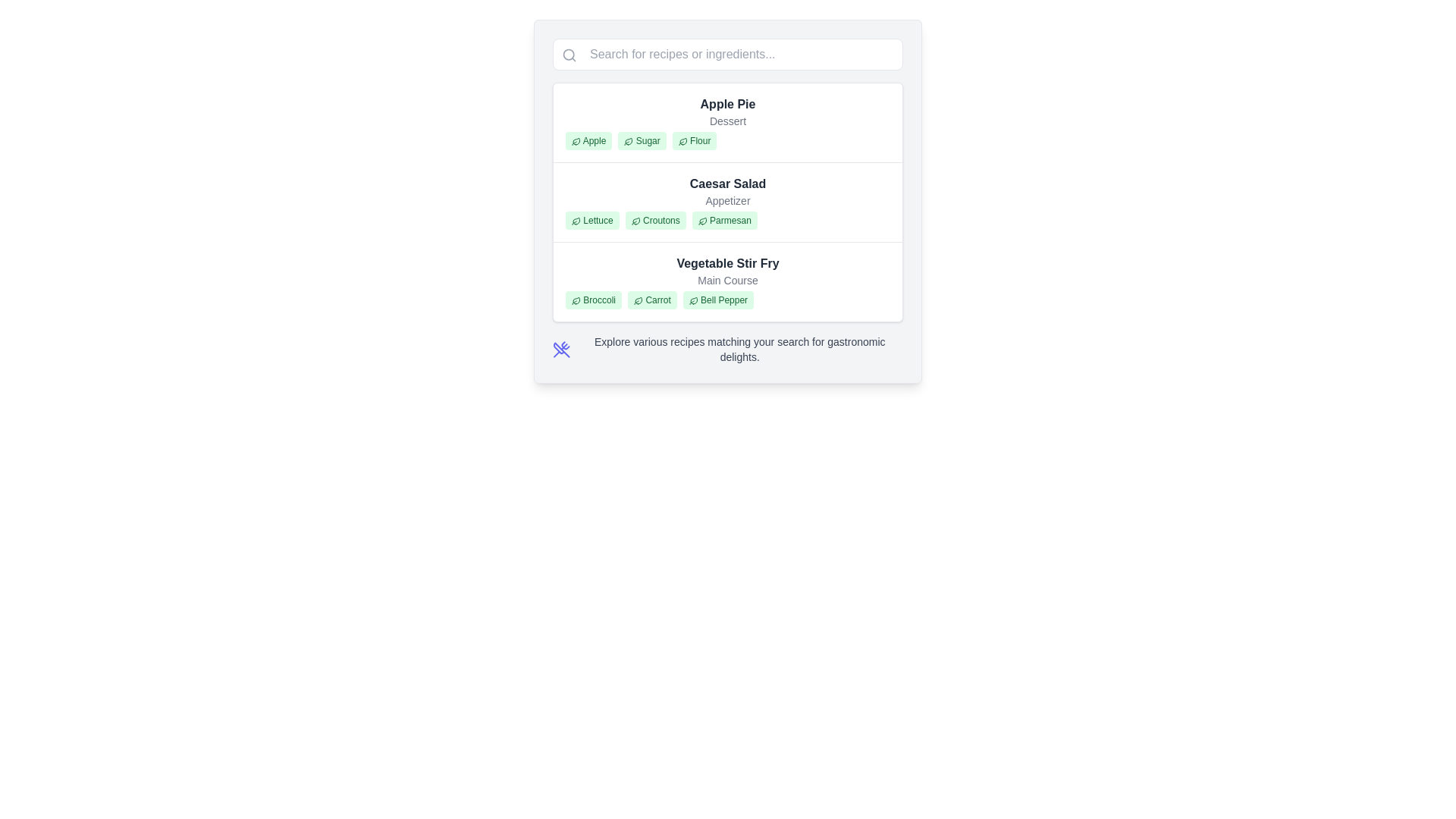 The width and height of the screenshot is (1456, 819). Describe the element at coordinates (728, 281) in the screenshot. I see `the third list item labeled 'Vegetable Stir Fry' which contains the text 'Main Course' and colored labels for selection` at that location.